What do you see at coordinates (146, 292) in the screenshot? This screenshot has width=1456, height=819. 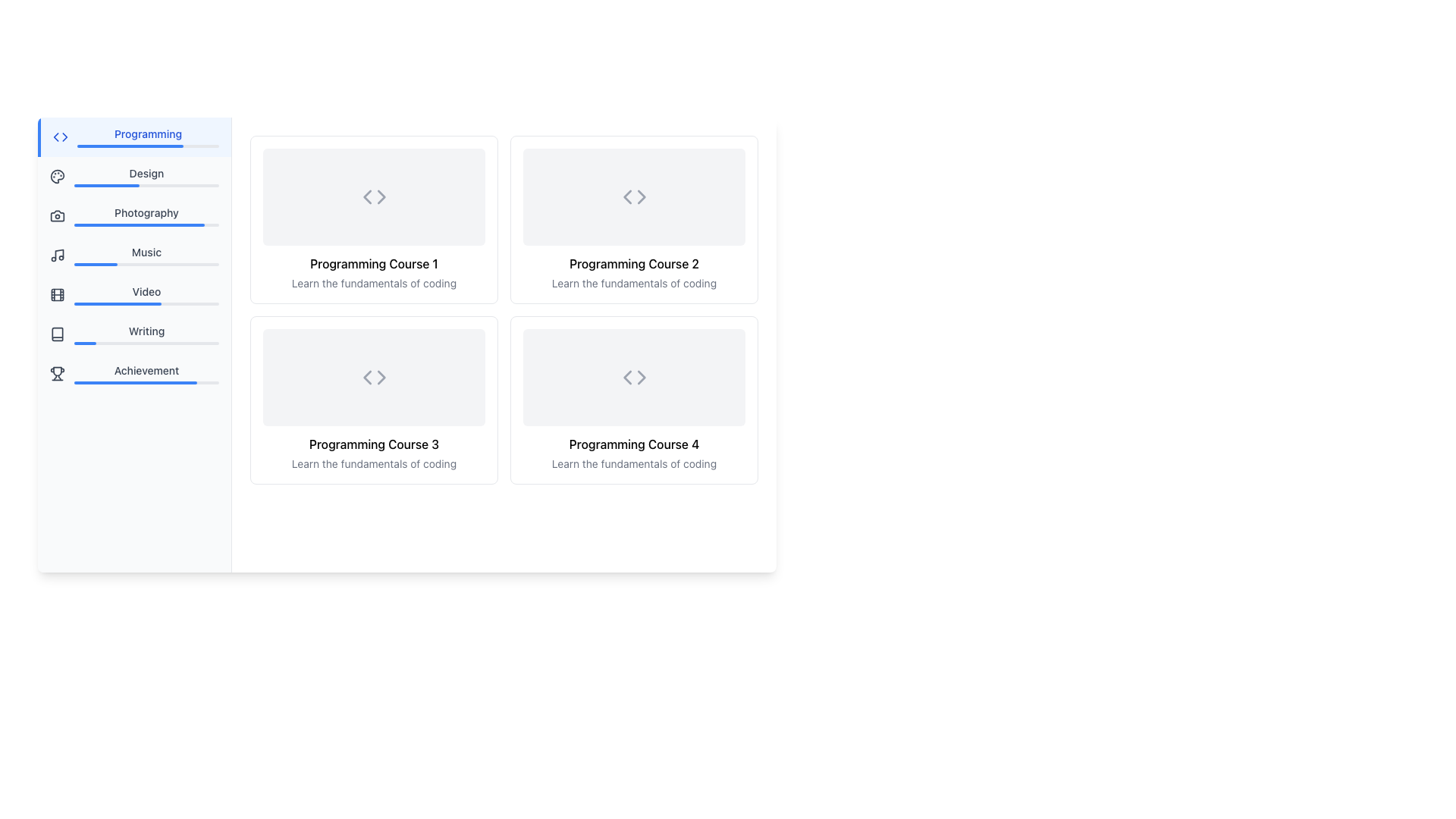 I see `the 'Video' label in the vertical menu on the left sidebar, which is positioned below the 'Music' menu item and above the 'Writing' menu item` at bounding box center [146, 292].